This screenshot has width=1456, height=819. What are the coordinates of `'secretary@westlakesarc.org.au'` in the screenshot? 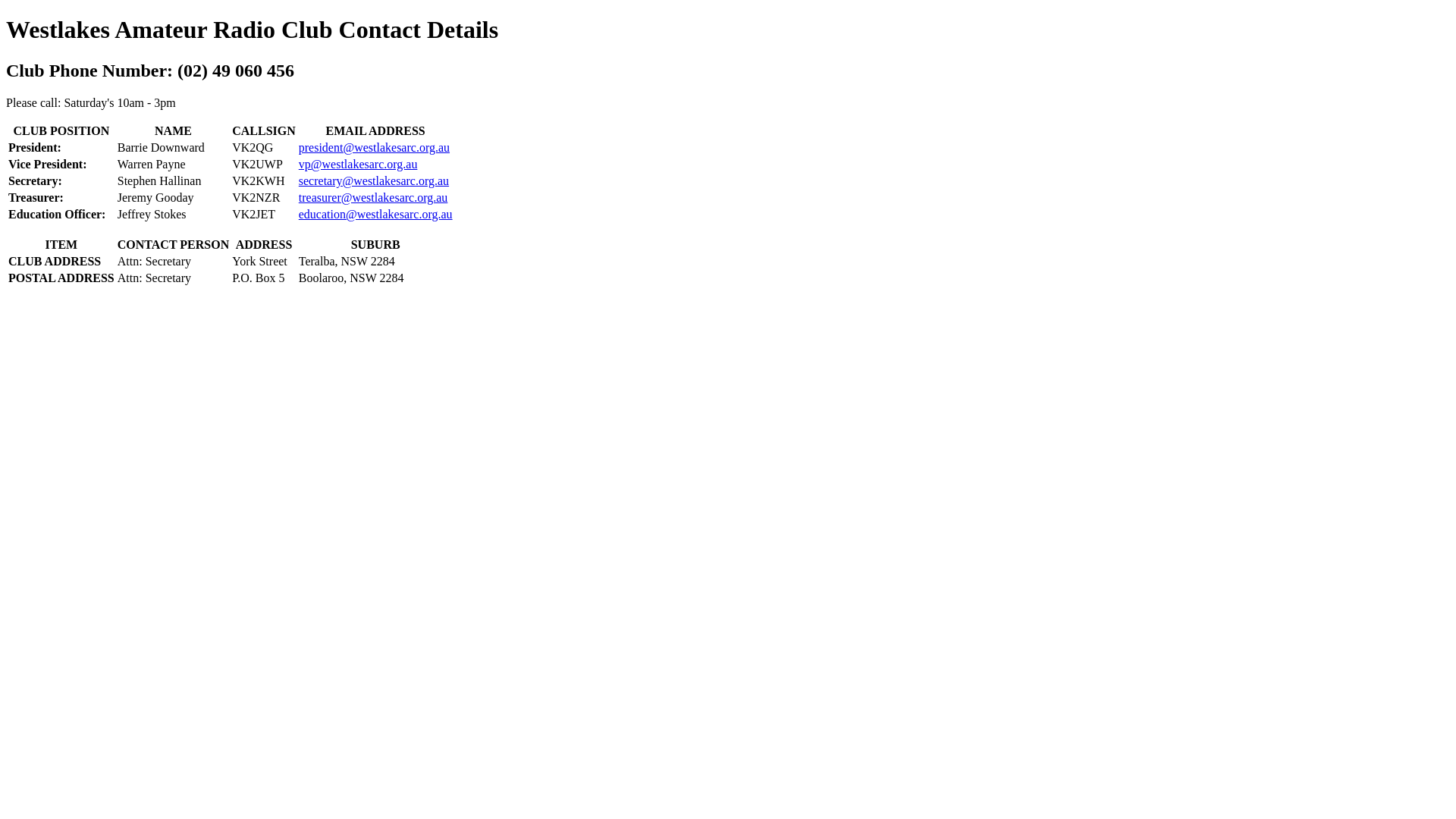 It's located at (374, 180).